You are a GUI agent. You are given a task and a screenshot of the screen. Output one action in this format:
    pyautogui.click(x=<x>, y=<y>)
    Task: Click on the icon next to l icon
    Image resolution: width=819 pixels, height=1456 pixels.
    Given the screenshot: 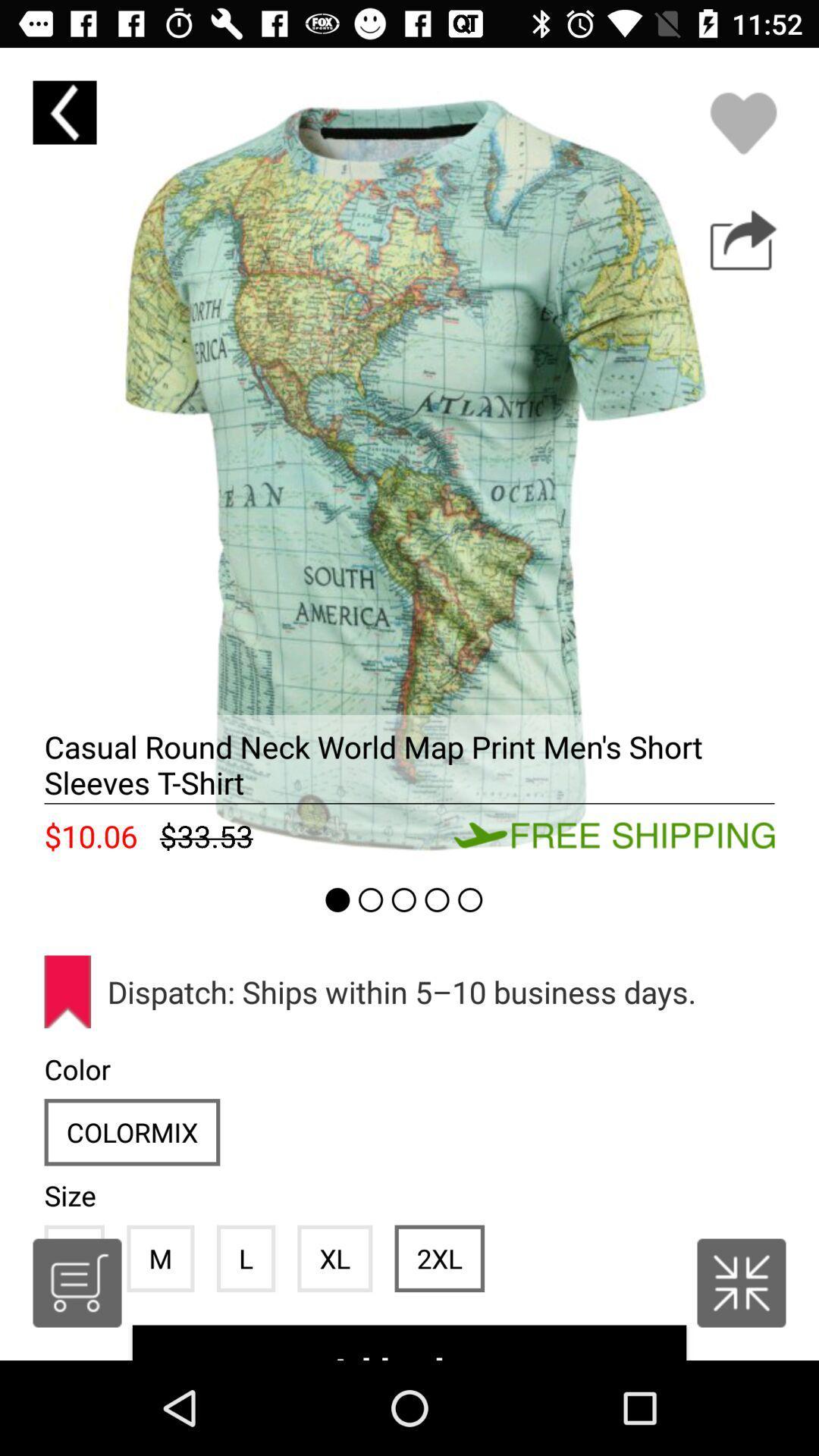 What is the action you would take?
    pyautogui.click(x=160, y=1258)
    